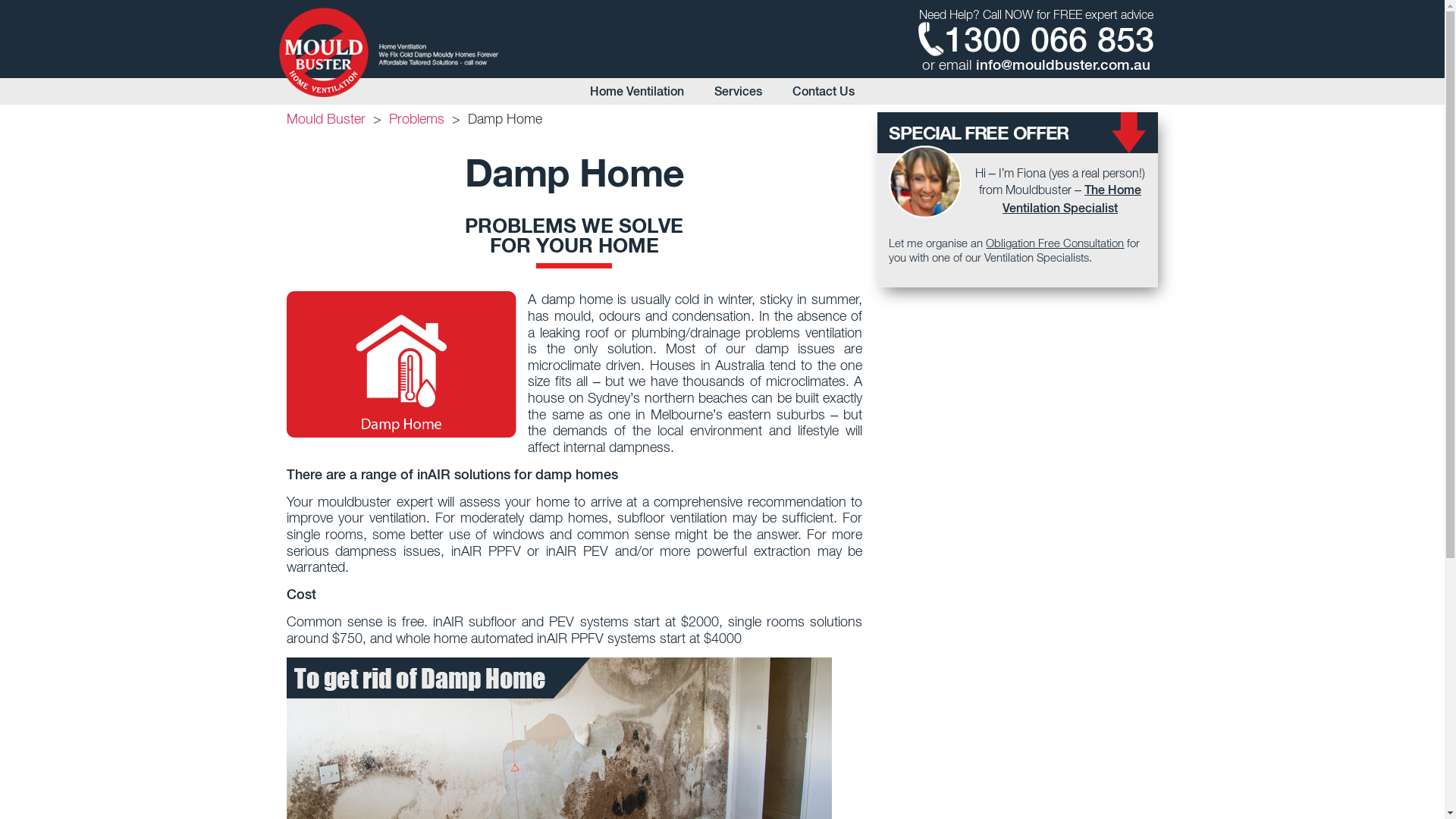 The image size is (1456, 819). I want to click on 'Services', so click(738, 91).